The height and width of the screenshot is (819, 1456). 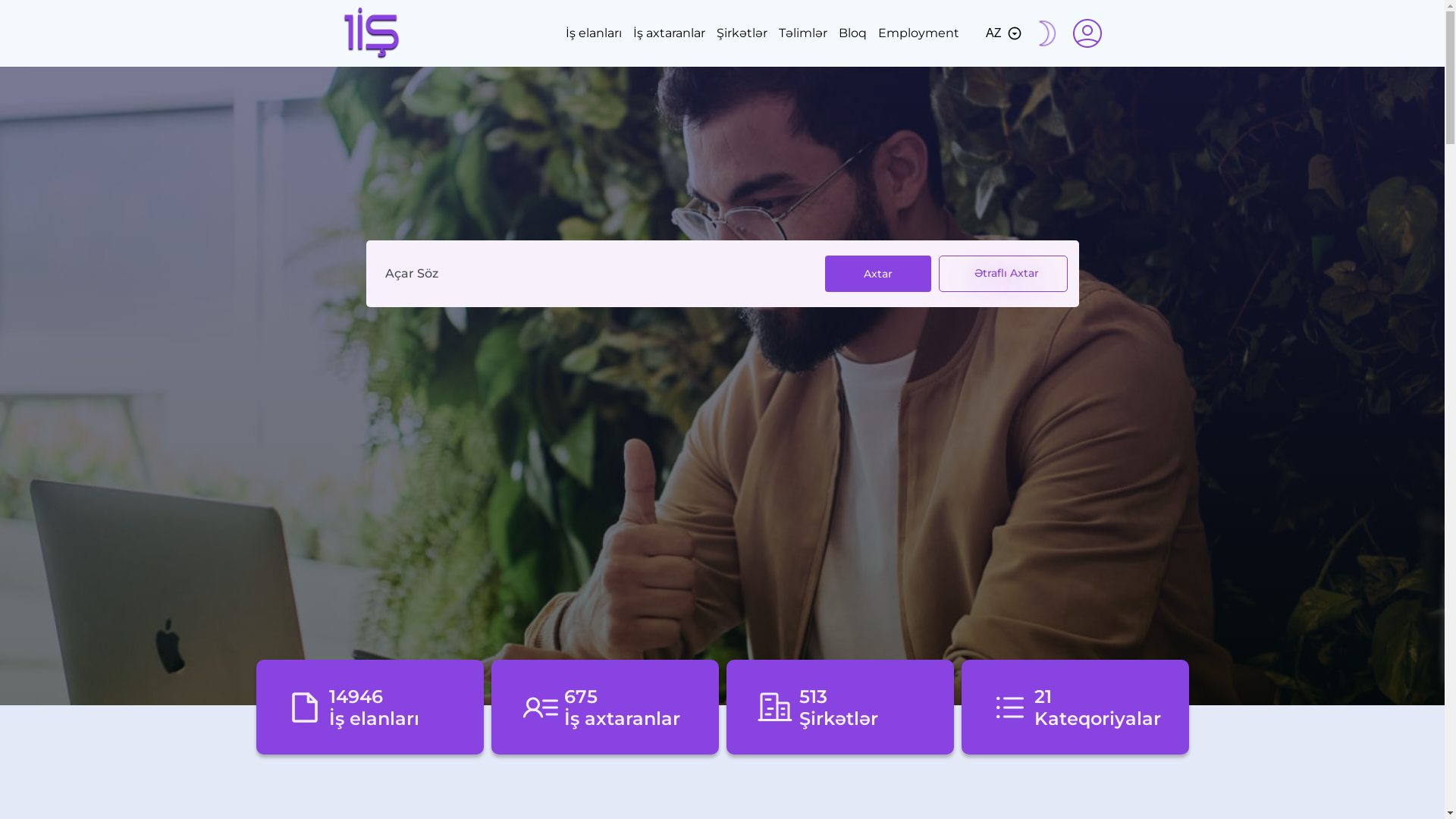 I want to click on '21, so click(x=1074, y=707).